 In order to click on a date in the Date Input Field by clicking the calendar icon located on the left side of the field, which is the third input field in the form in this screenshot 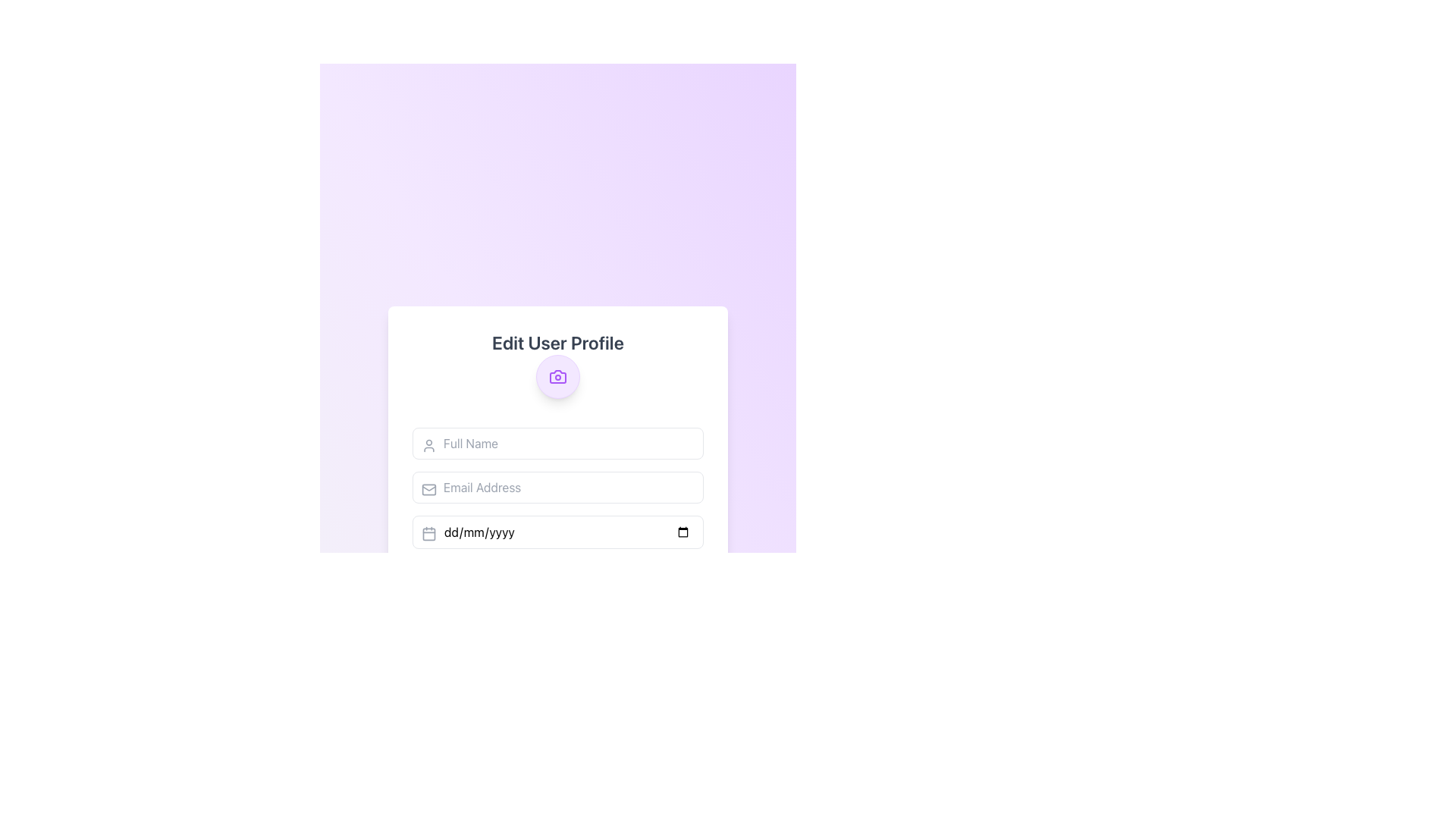, I will do `click(557, 532)`.